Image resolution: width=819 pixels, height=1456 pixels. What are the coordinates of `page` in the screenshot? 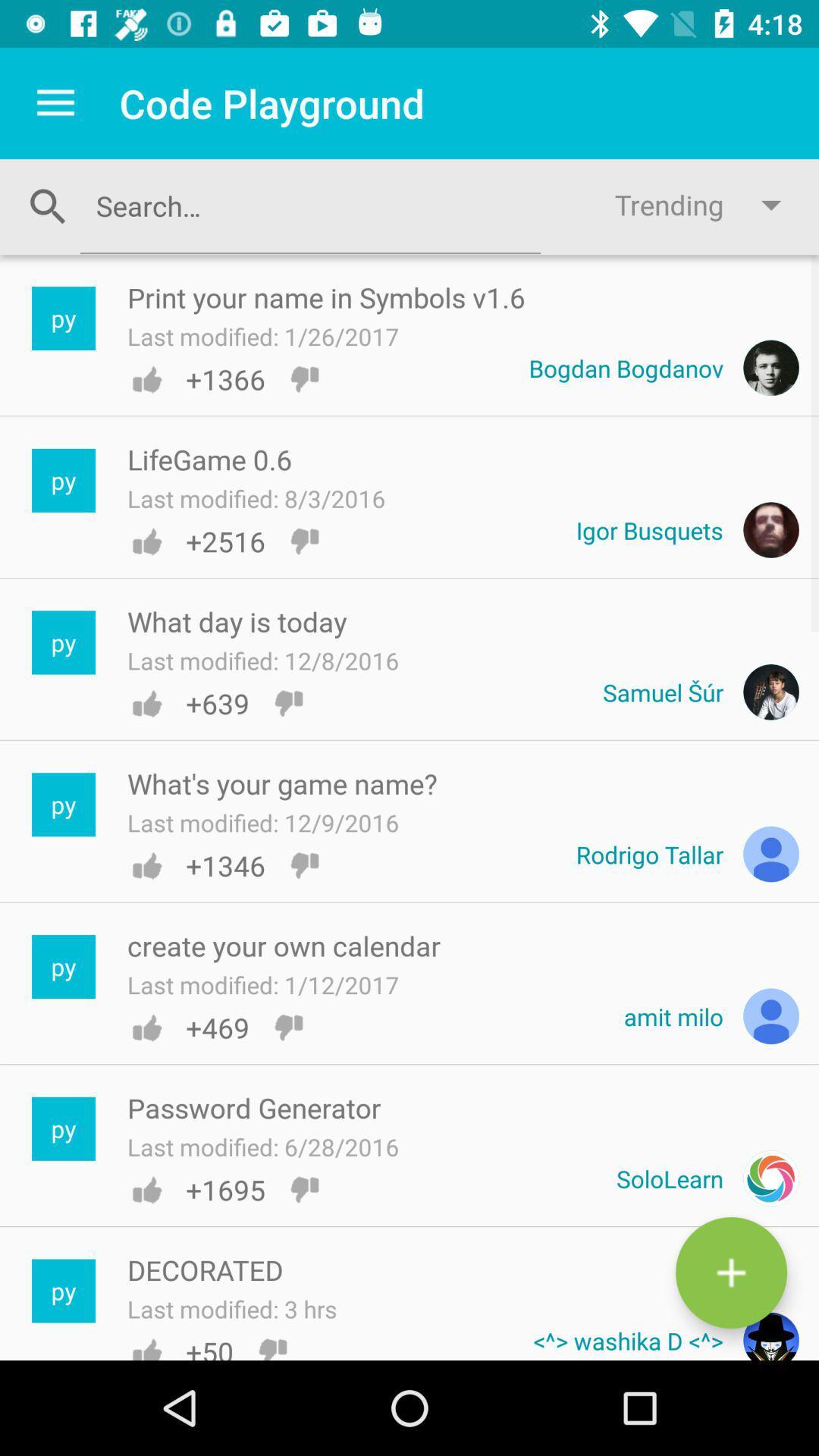 It's located at (730, 1272).